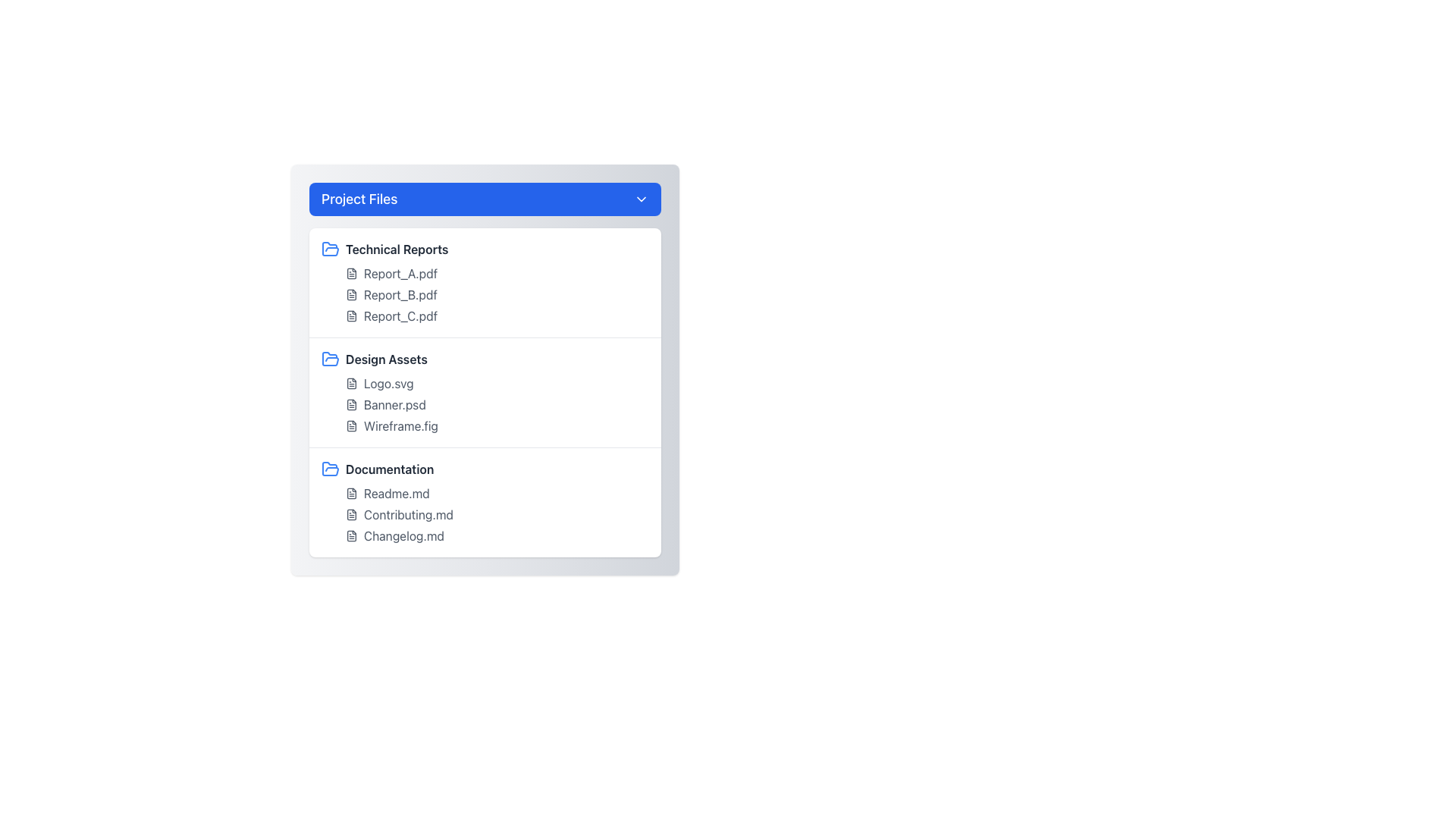  Describe the element at coordinates (351, 513) in the screenshot. I see `the icon representing the file 'Contributing.md', which is the first icon in the 'Documentation' section, positioned to the left of the text label` at that location.